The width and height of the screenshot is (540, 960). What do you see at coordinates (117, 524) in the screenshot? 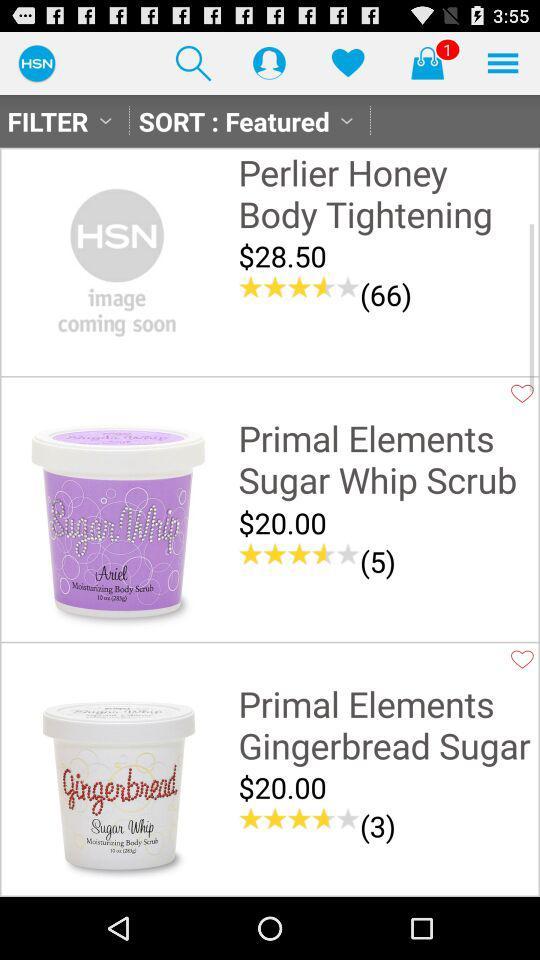
I see `the image which is left of primal elements sugar whip scrub` at bounding box center [117, 524].